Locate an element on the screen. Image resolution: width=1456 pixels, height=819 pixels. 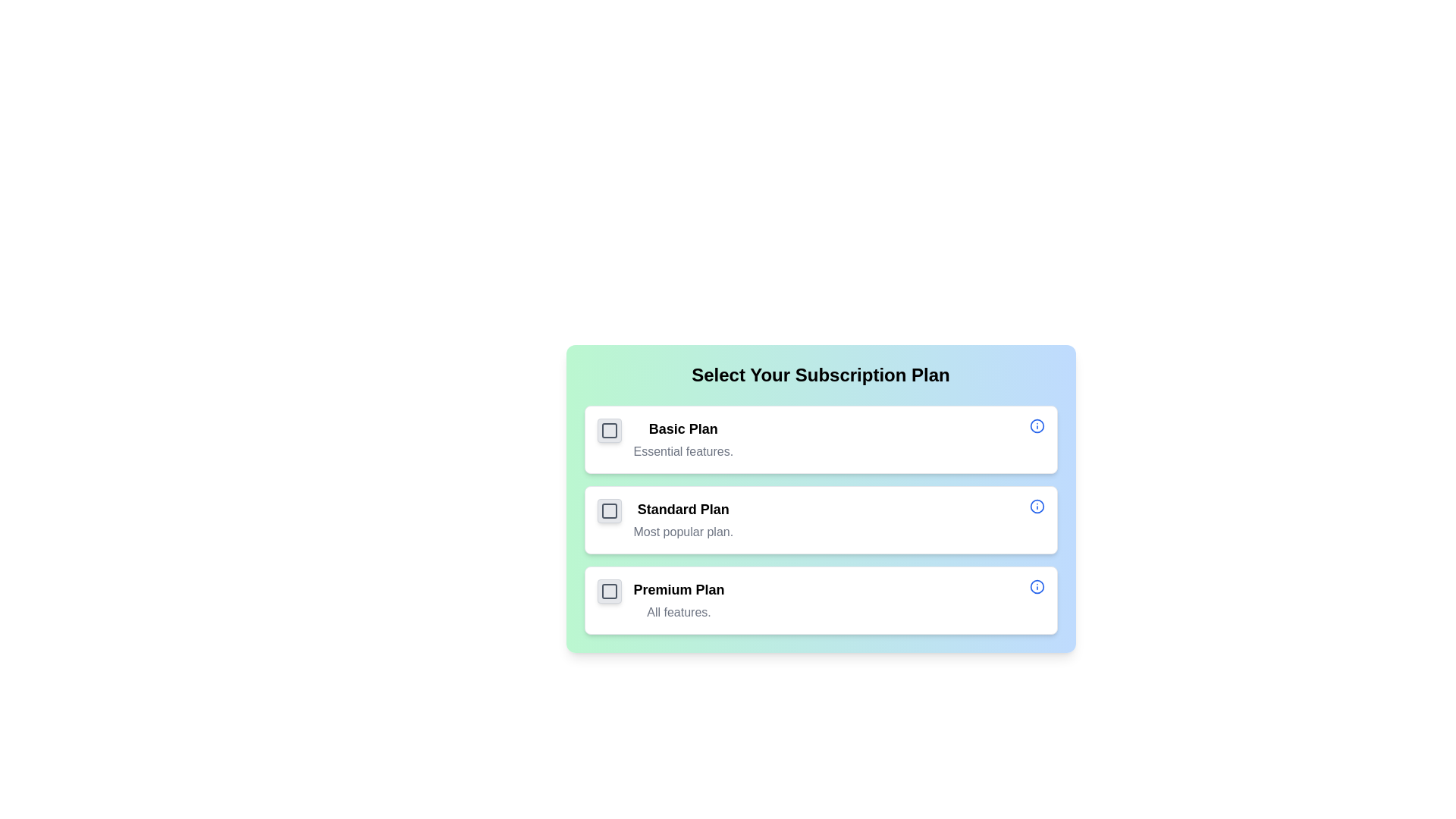
to select the 'Standard Plan' subscription option, which is the second item in the vertical list of subscription plans beneath the 'Select Your Subscription Plan' title is located at coordinates (820, 499).